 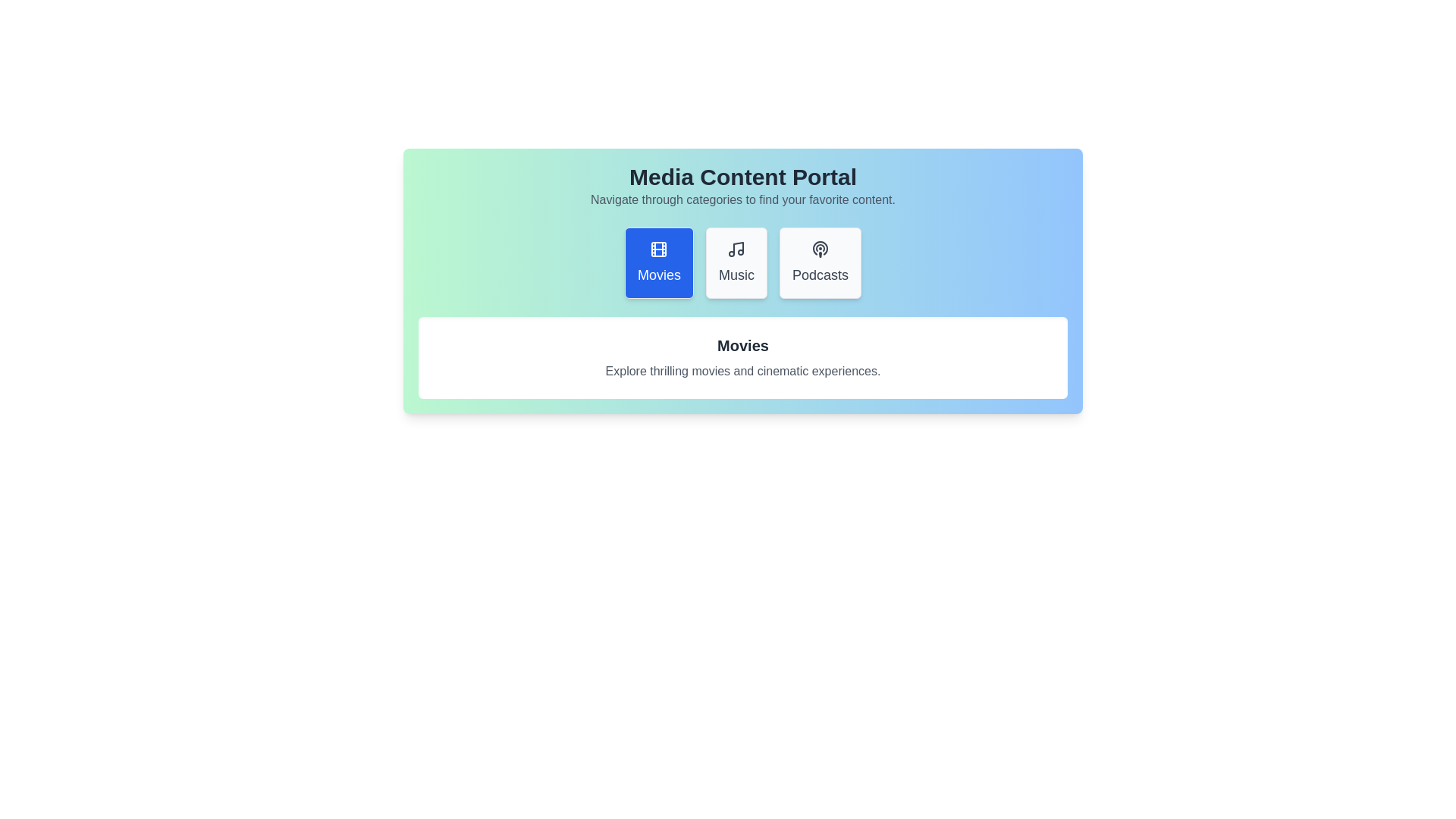 I want to click on the button labeled Podcasts, so click(x=819, y=262).